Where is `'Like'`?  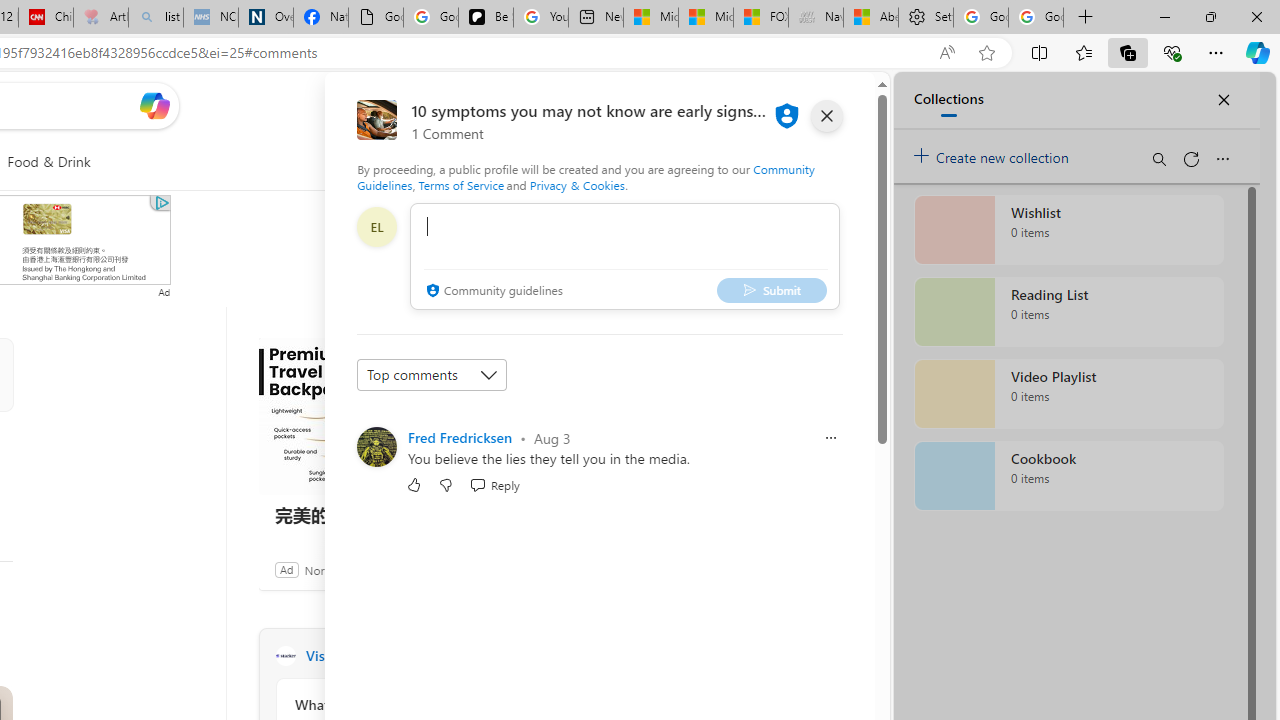
'Like' is located at coordinates (413, 484).